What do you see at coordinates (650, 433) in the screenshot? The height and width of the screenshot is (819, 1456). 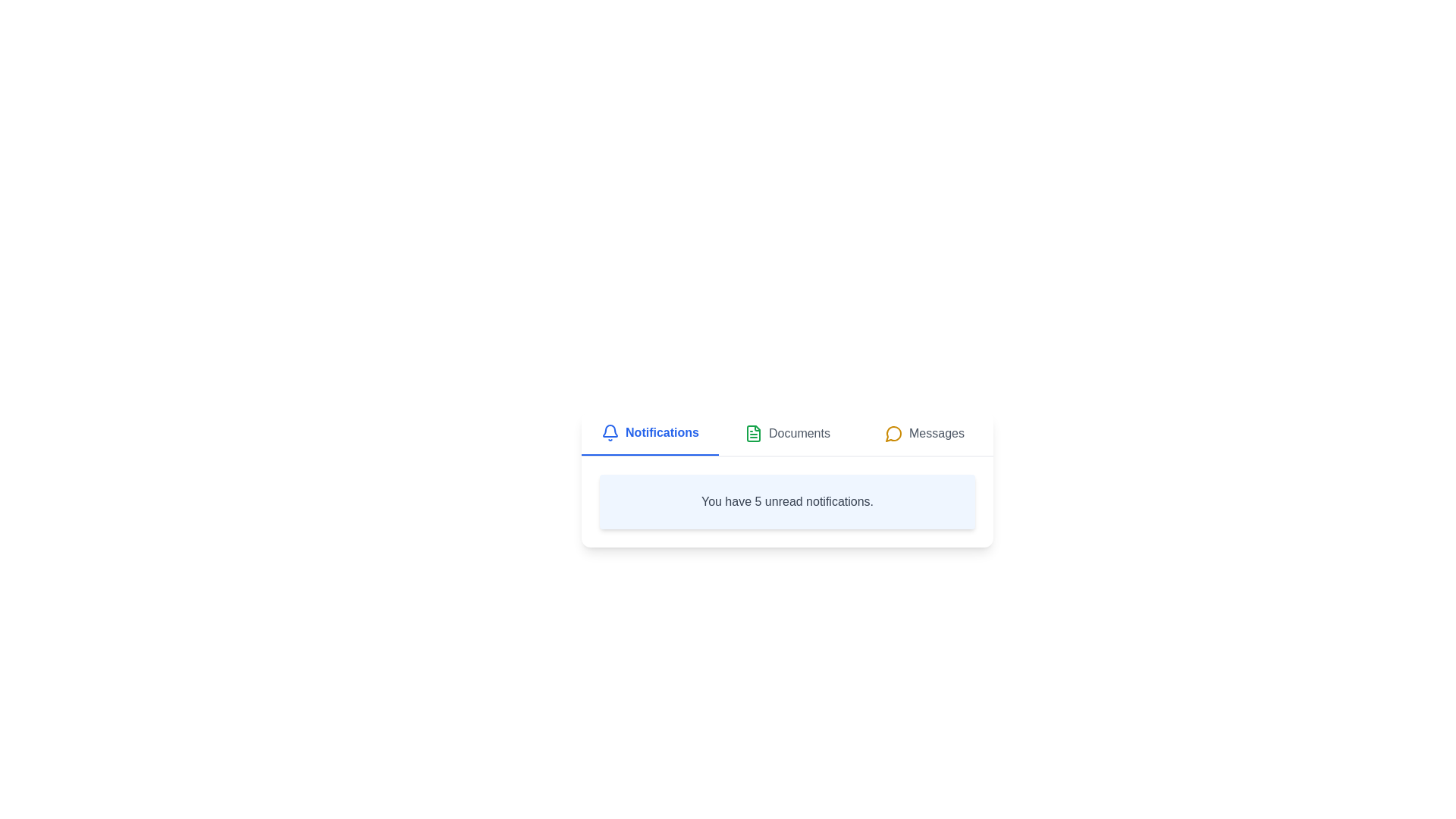 I see `the tab labeled Notifications` at bounding box center [650, 433].